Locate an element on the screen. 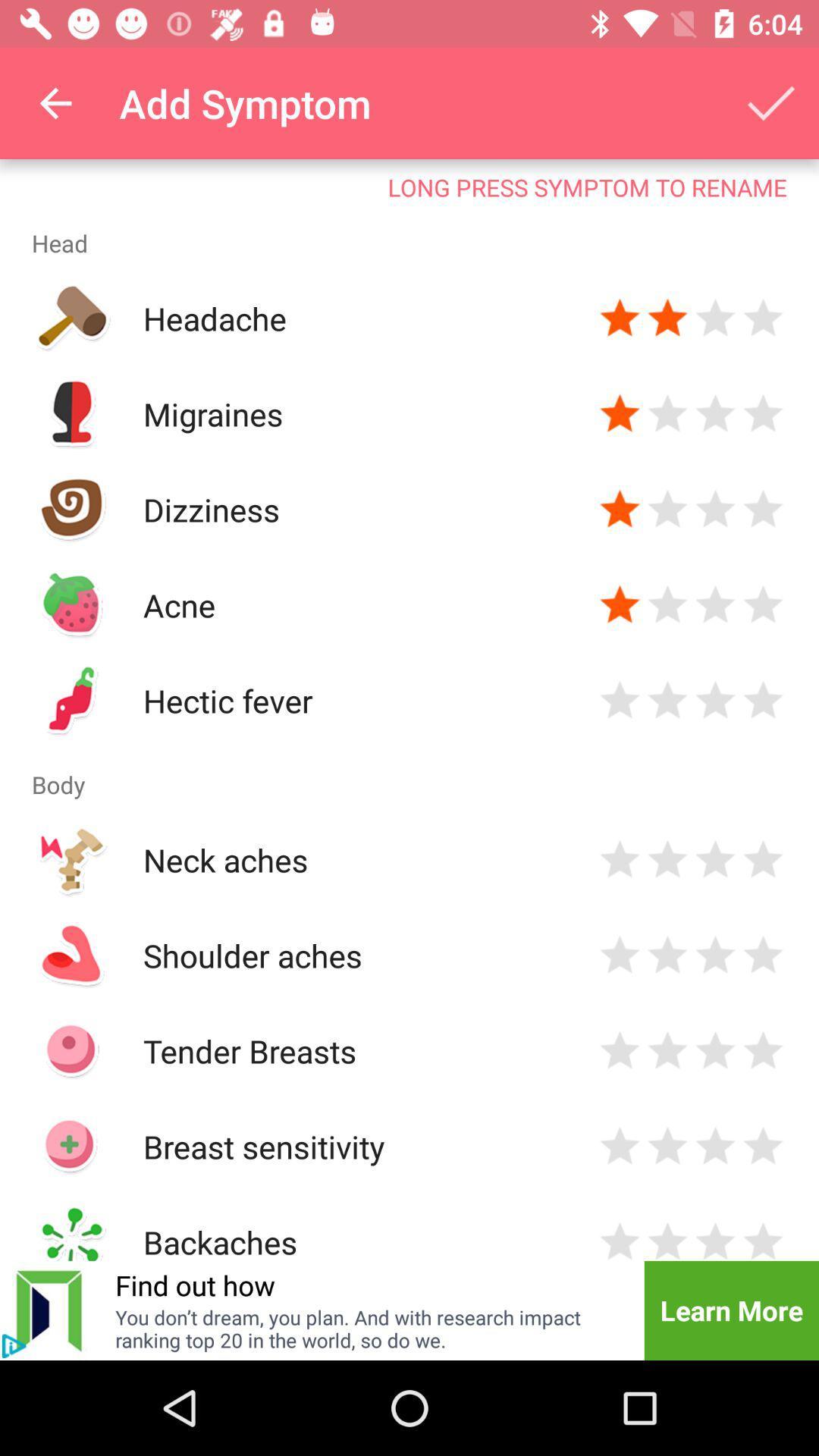 This screenshot has width=819, height=1456. learn more is located at coordinates (730, 1310).